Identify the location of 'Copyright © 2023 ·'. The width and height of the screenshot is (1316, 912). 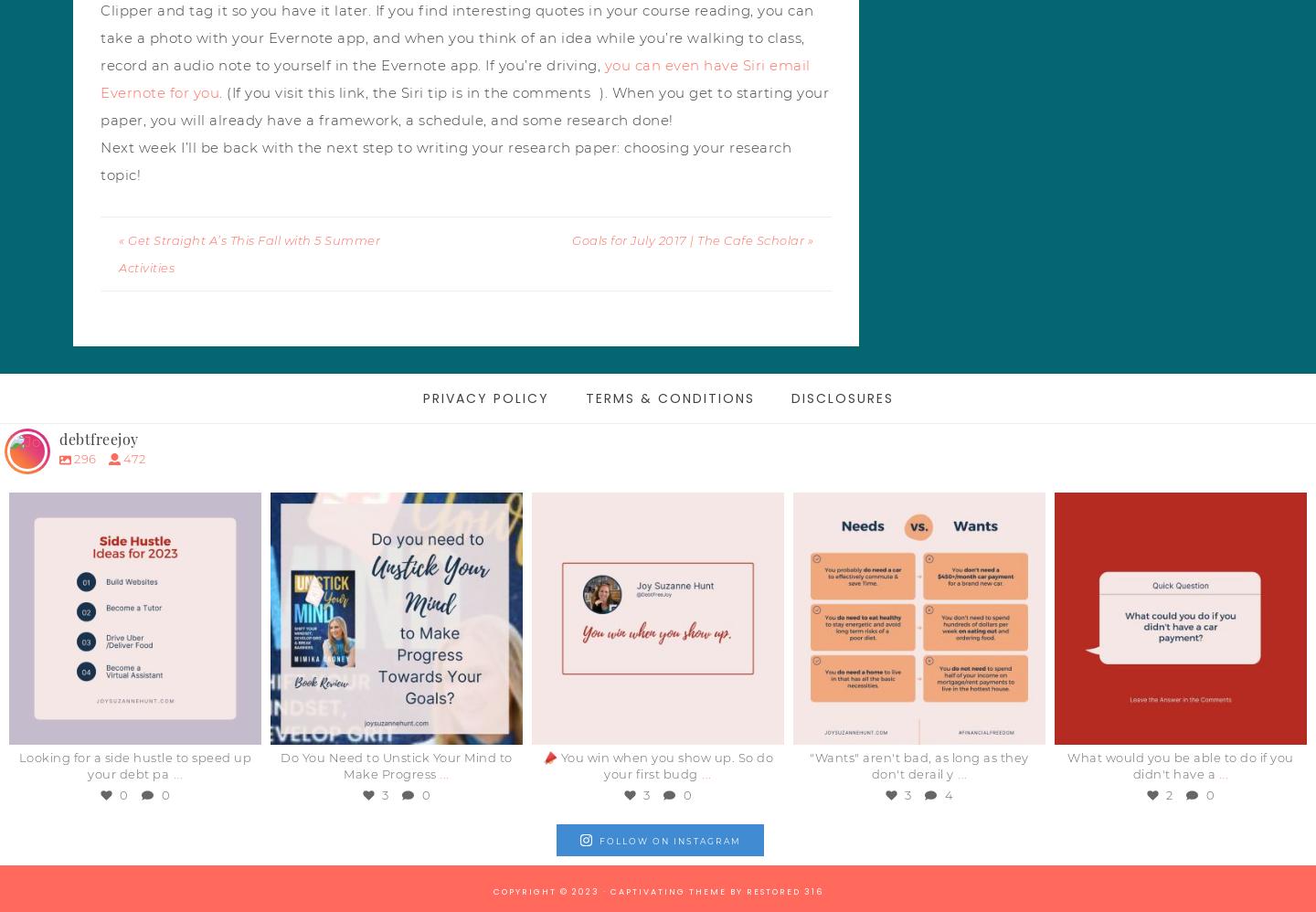
(491, 891).